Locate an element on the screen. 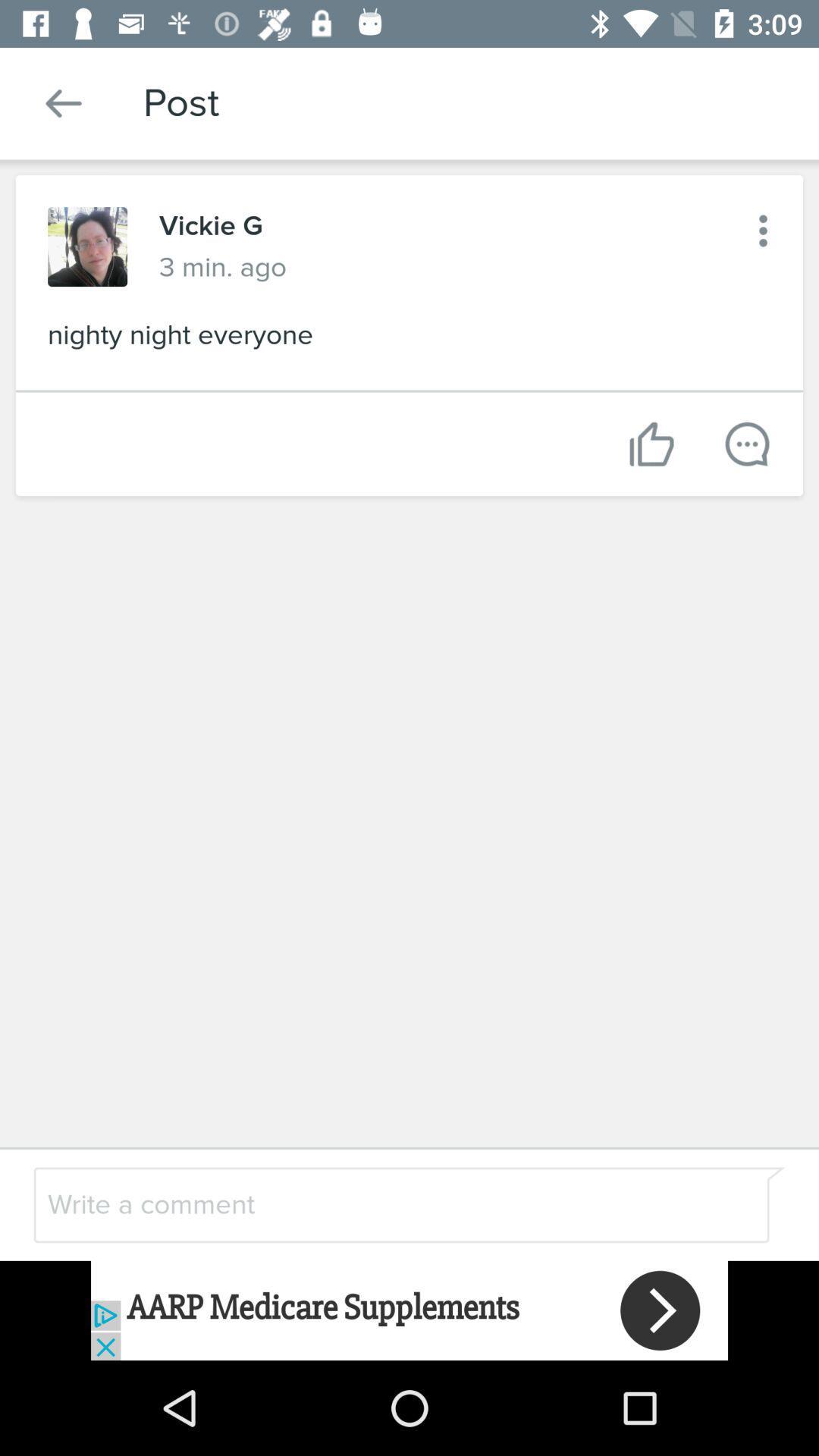  more options icon is located at coordinates (763, 230).